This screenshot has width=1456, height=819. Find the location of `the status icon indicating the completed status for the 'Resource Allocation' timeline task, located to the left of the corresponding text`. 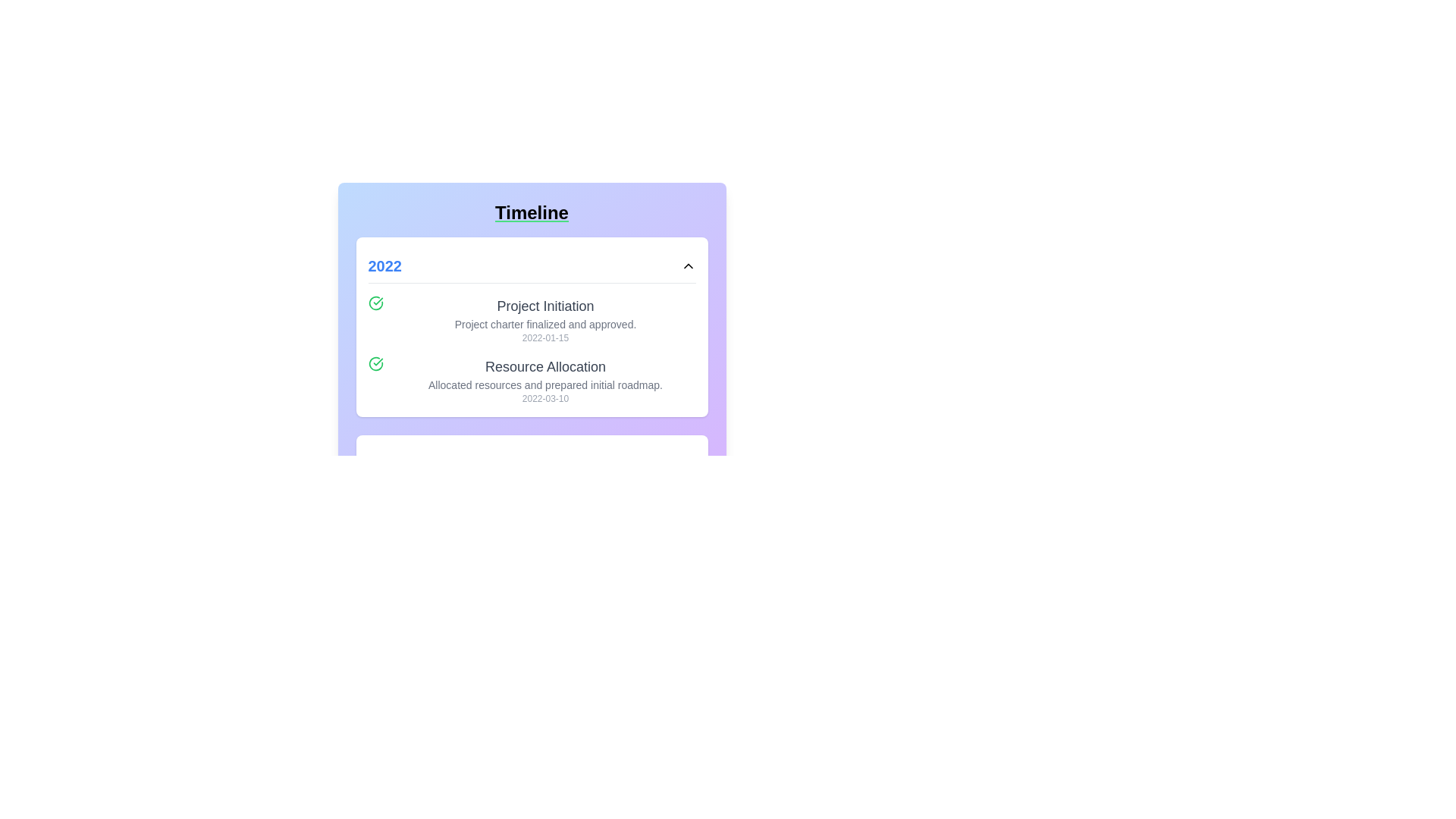

the status icon indicating the completed status for the 'Resource Allocation' timeline task, located to the left of the corresponding text is located at coordinates (375, 363).